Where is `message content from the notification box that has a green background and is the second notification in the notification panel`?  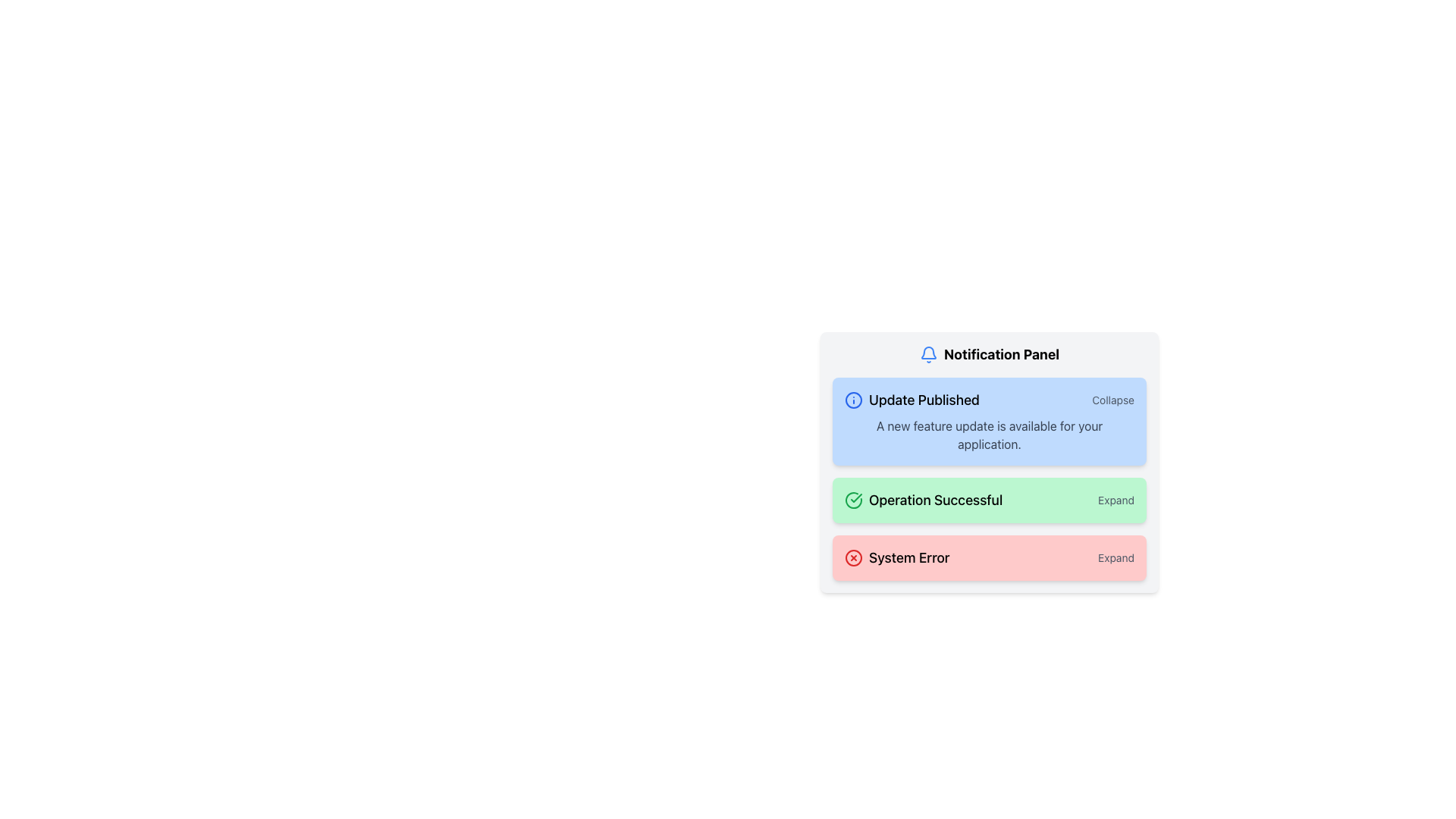 message content from the notification box that has a green background and is the second notification in the notification panel is located at coordinates (990, 500).